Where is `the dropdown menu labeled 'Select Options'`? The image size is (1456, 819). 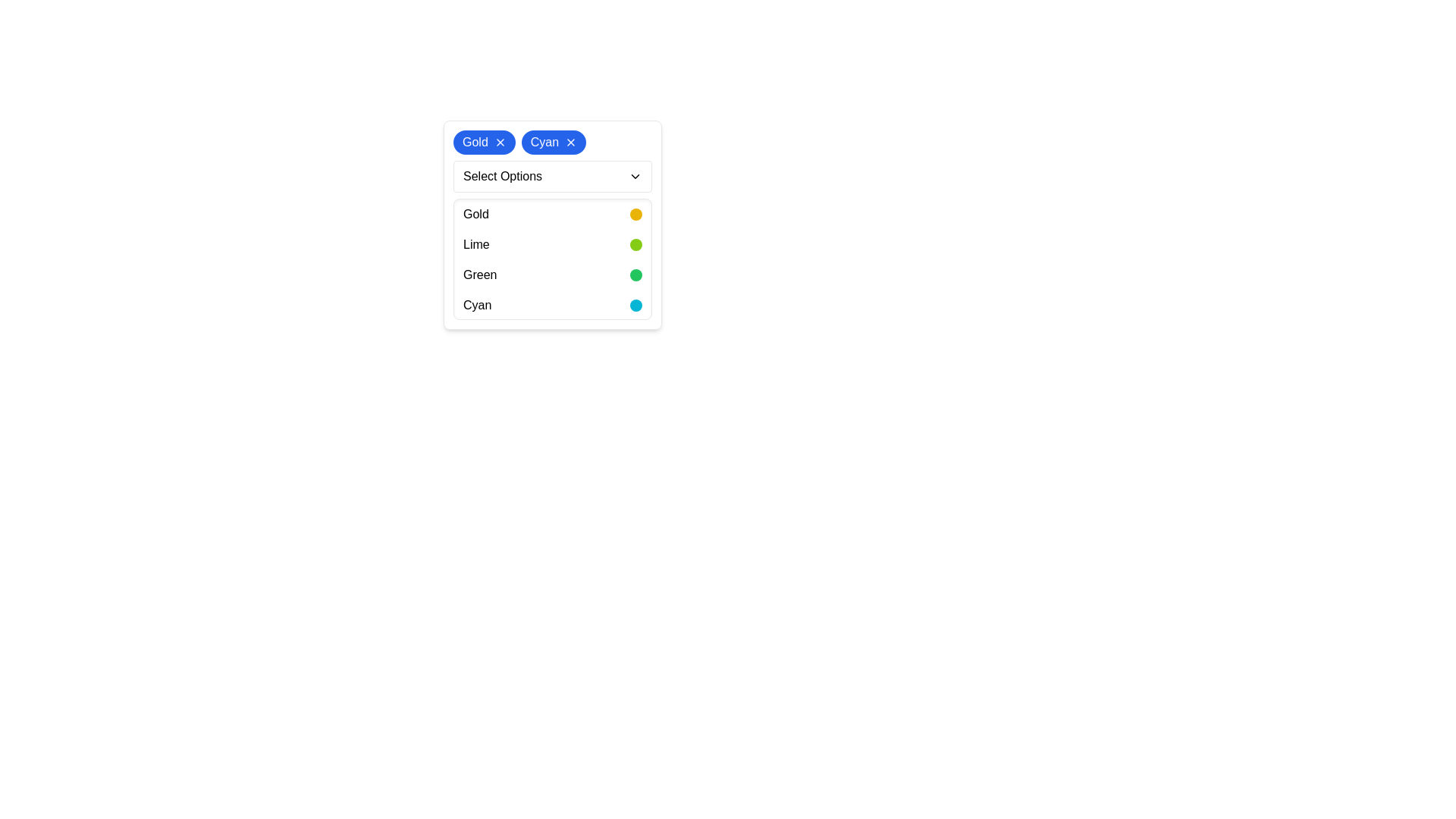
the dropdown menu labeled 'Select Options' is located at coordinates (552, 175).